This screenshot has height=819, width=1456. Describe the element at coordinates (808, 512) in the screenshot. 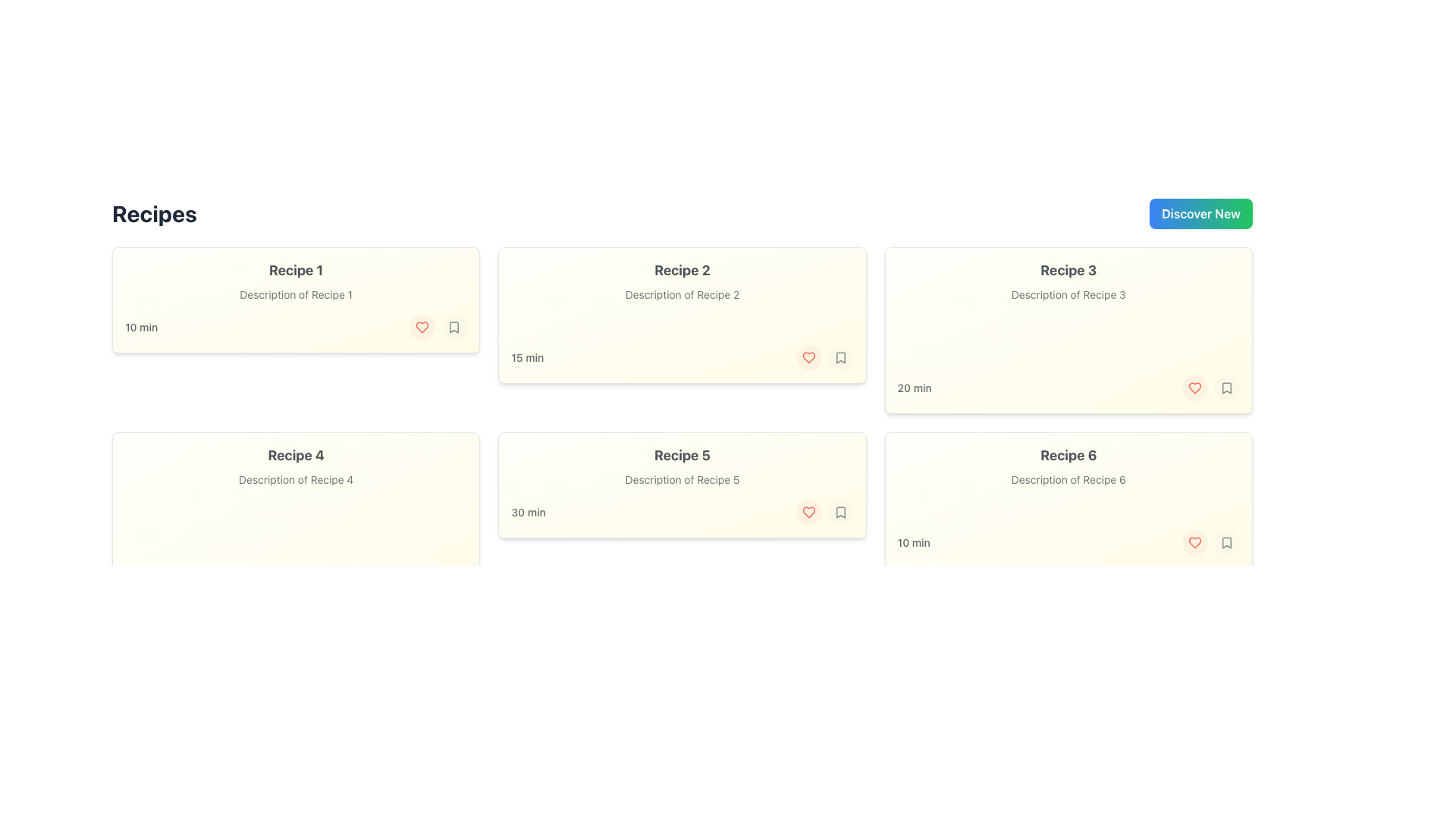

I see `the 'like' button located in the lower right corner of the card labeled 'Recipe 5' to like the recipe` at that location.